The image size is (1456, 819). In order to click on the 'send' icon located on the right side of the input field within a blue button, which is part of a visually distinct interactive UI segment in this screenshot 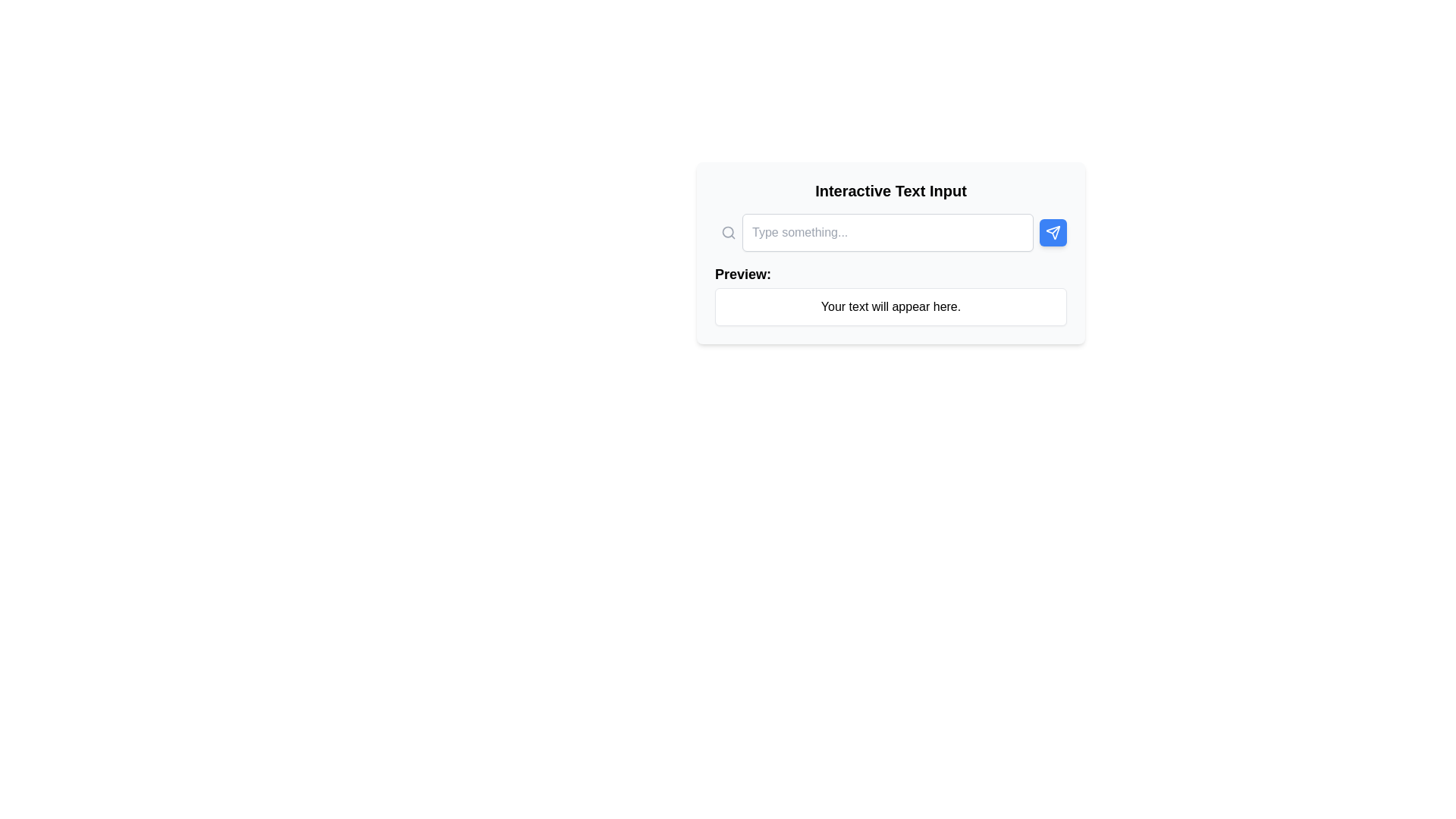, I will do `click(1052, 233)`.